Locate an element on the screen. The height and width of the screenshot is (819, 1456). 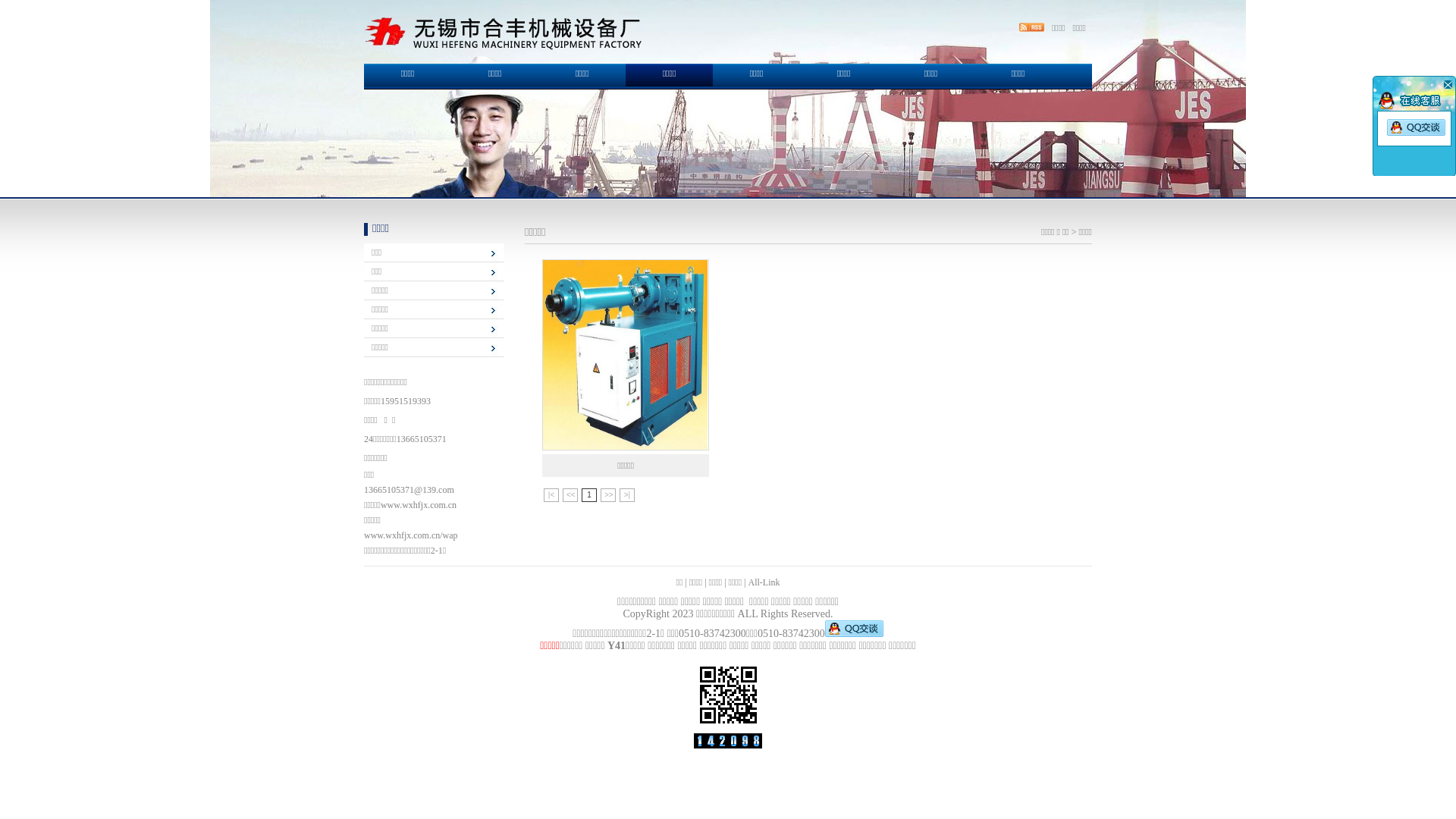
'|<' is located at coordinates (543, 494).